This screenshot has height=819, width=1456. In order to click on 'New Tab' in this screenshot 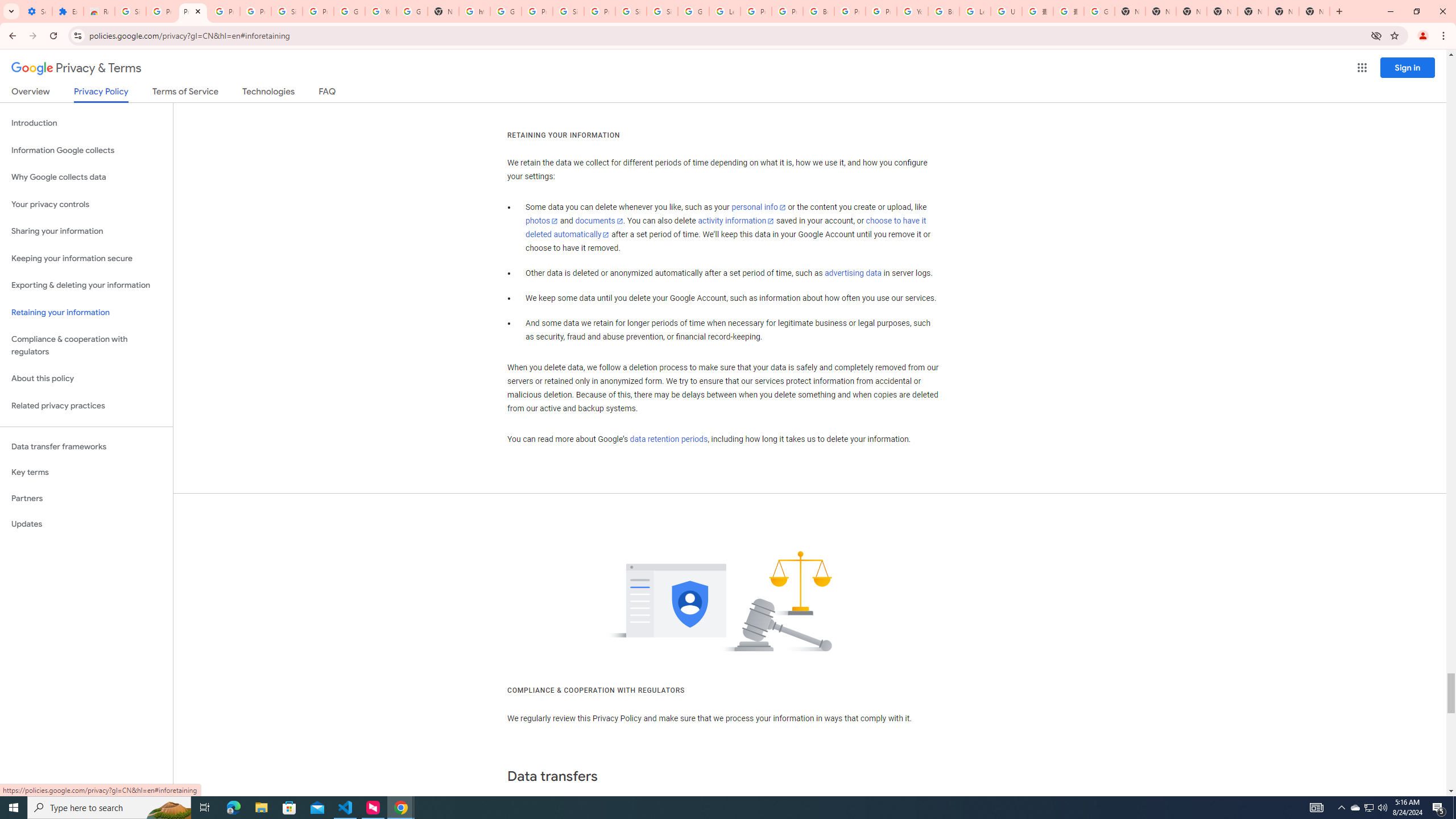, I will do `click(1314, 11)`.